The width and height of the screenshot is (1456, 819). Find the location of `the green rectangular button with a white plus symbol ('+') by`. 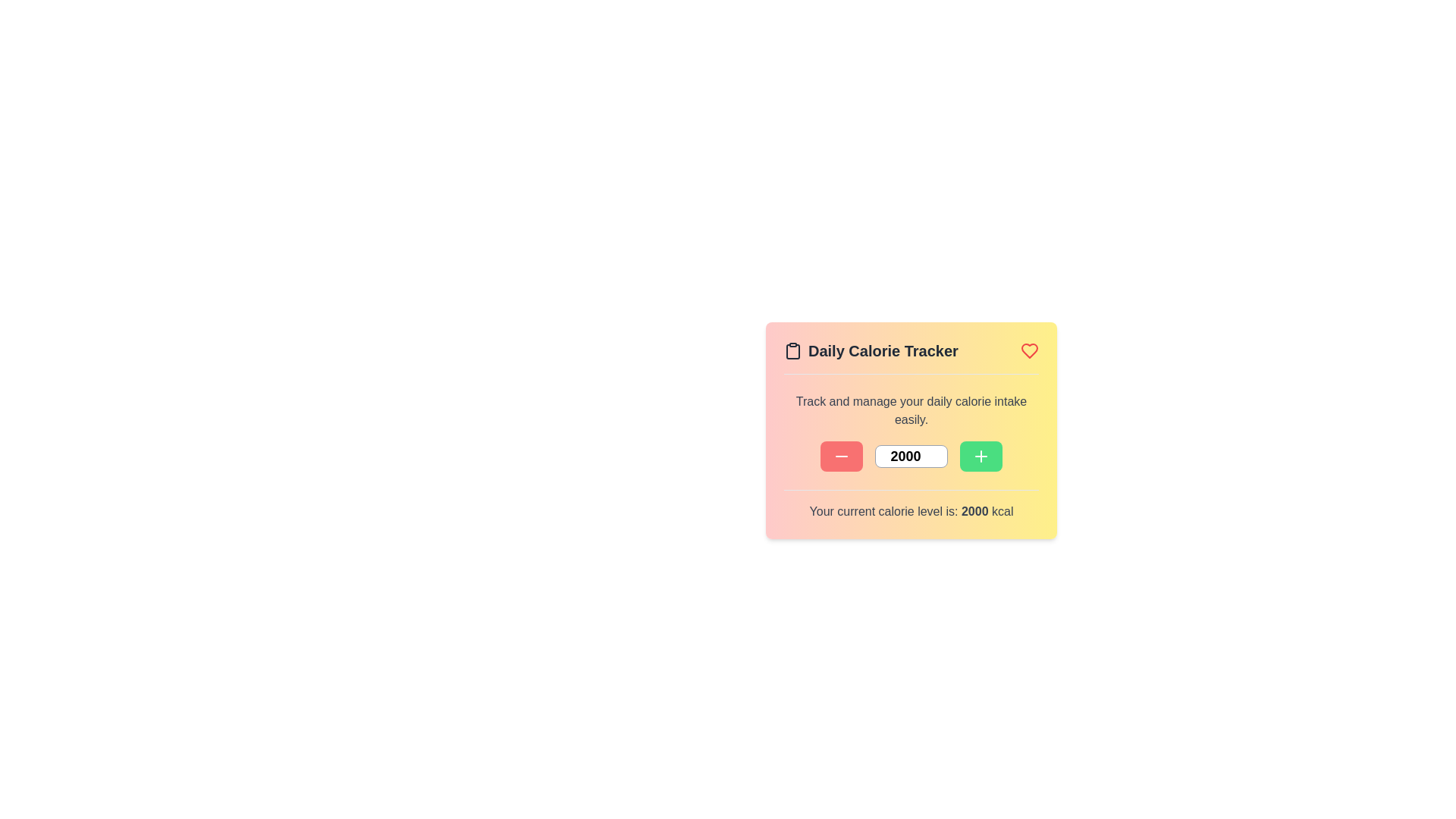

the green rectangular button with a white plus symbol ('+') by is located at coordinates (981, 455).